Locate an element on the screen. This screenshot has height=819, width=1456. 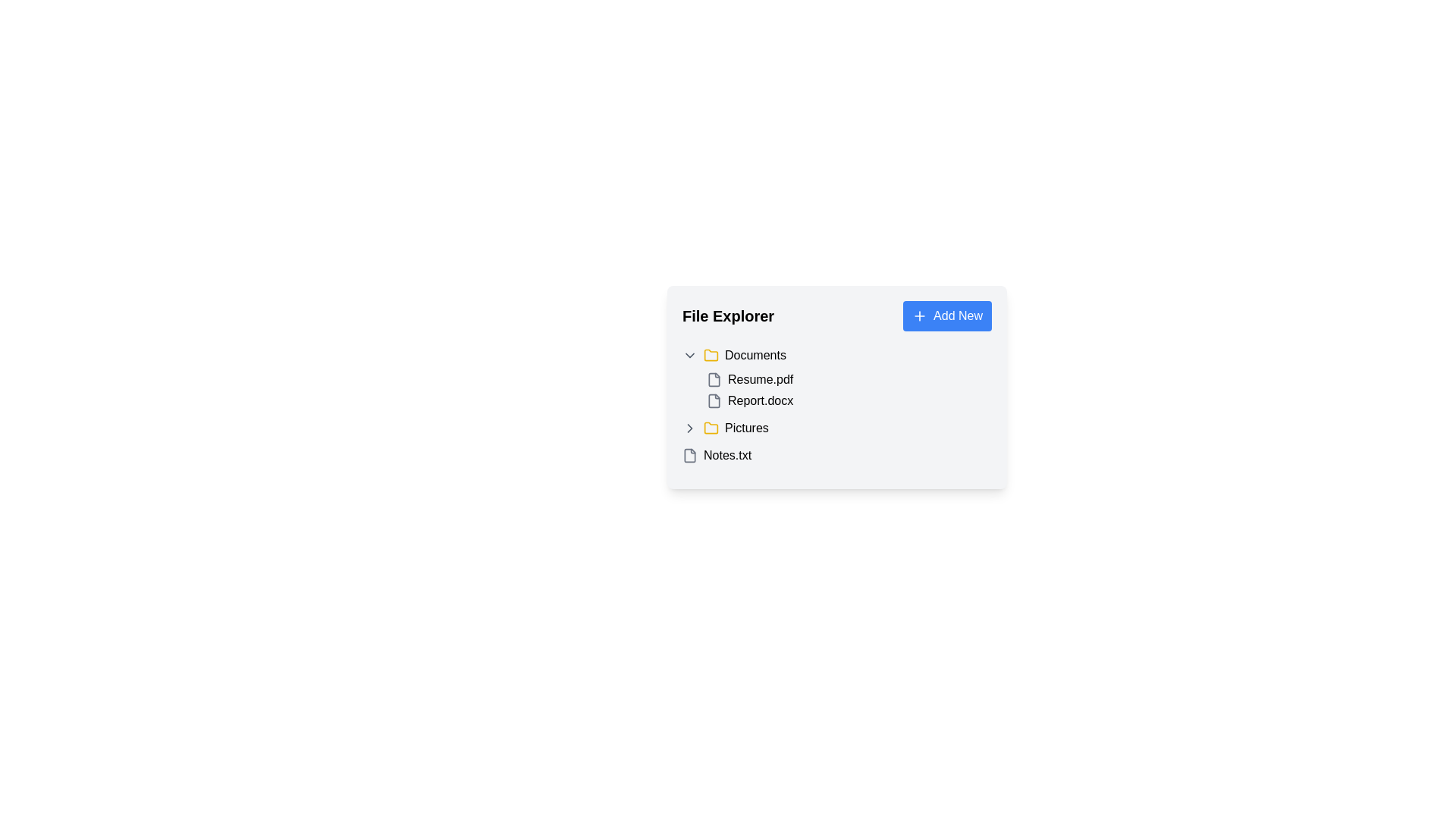
the rectangular button with a blue background and white text reading 'Add New', located at the upper-right side of the 'File Explorer' interface header to receive hover feedback is located at coordinates (946, 315).